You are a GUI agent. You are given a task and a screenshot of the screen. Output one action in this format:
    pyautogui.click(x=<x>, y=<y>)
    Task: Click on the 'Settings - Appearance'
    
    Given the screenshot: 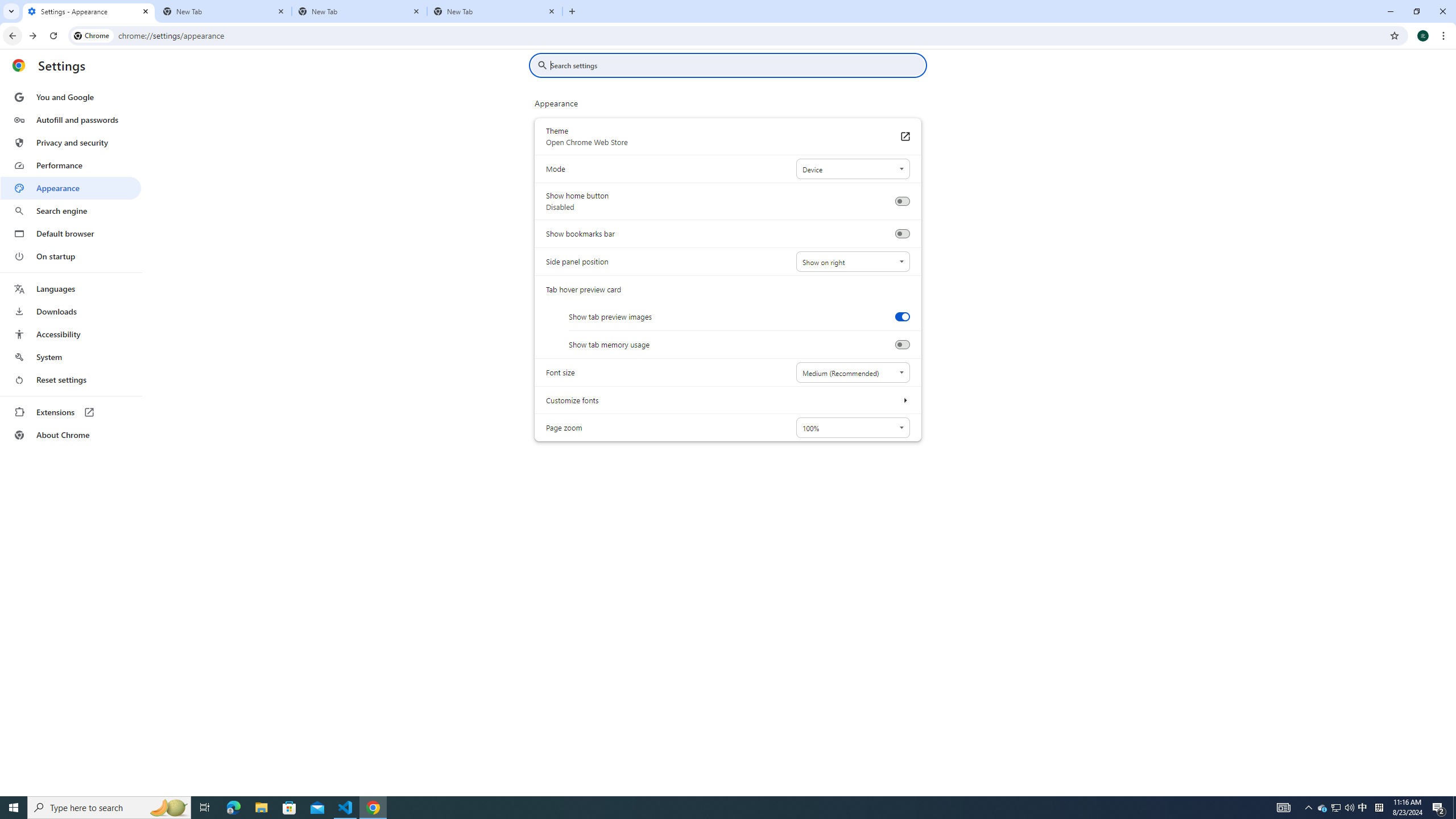 What is the action you would take?
    pyautogui.click(x=88, y=11)
    